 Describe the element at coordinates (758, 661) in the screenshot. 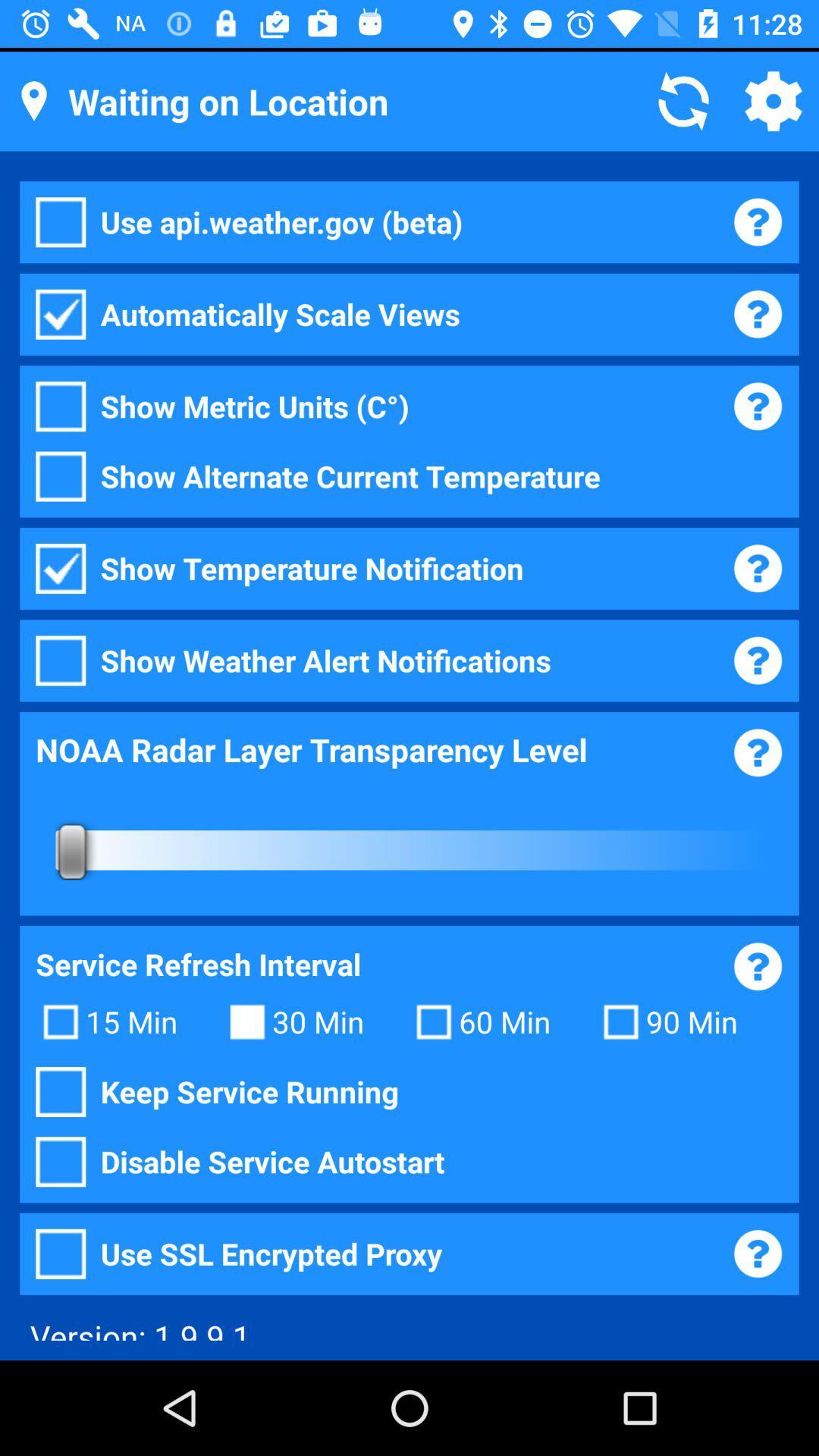

I see `the help icon` at that location.